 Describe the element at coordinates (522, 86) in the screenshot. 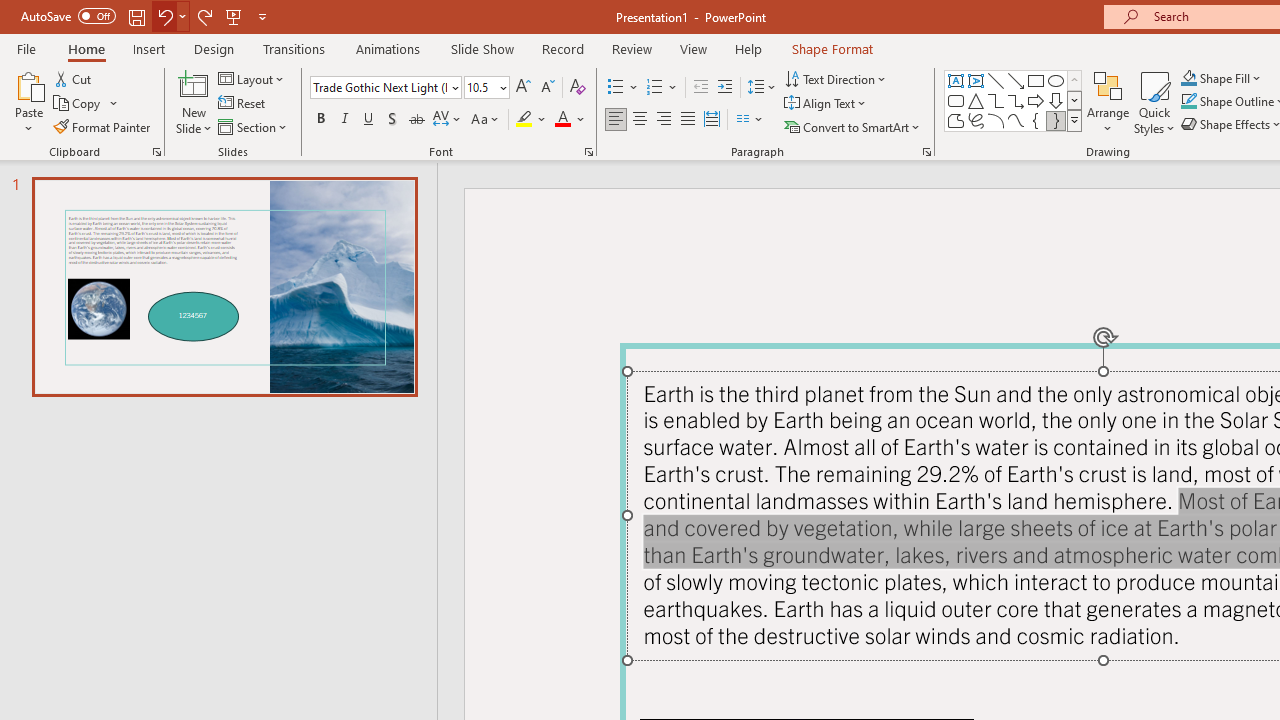

I see `'Increase Font Size'` at that location.